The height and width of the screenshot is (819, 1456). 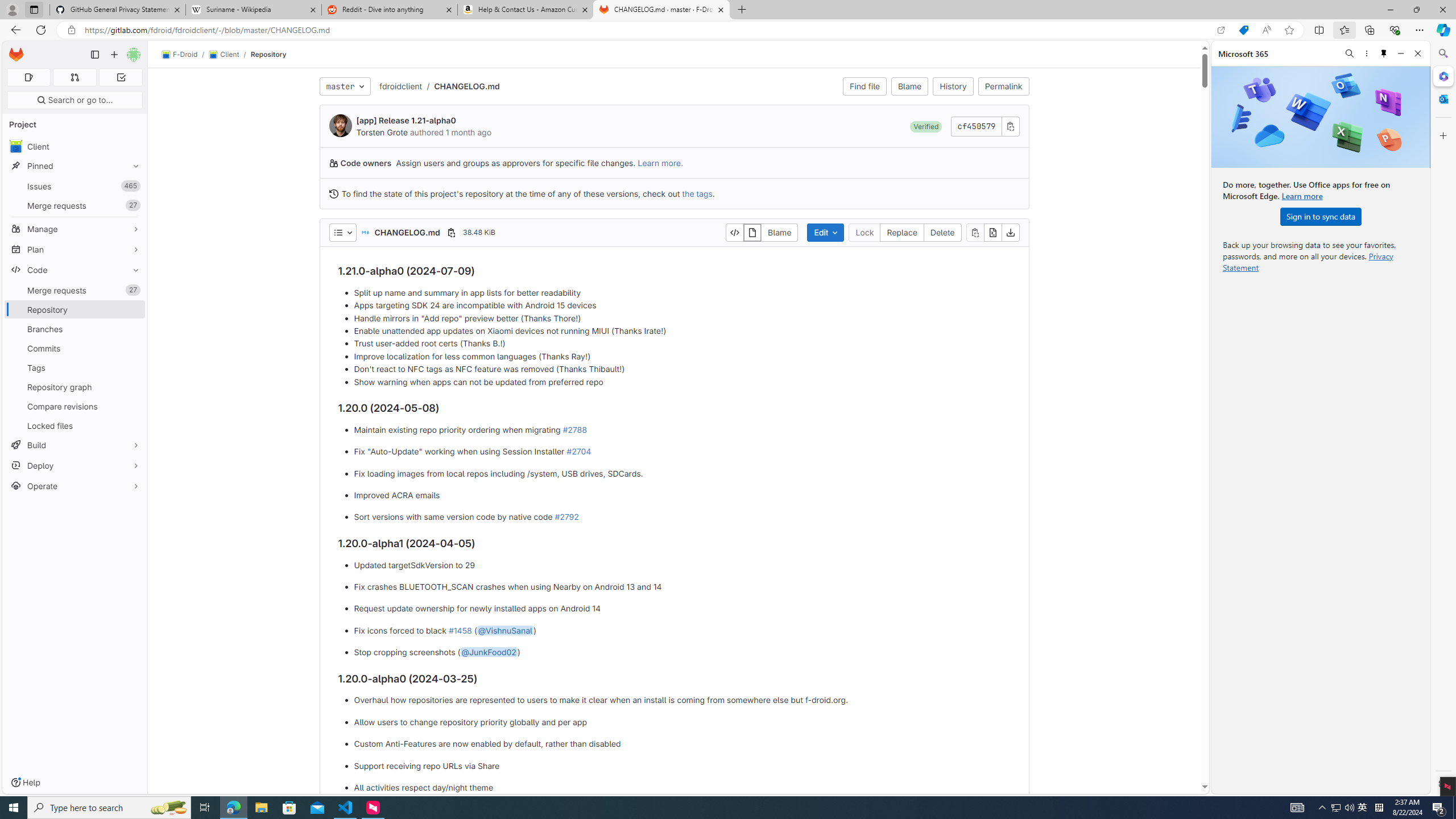 What do you see at coordinates (1301, 196) in the screenshot?
I see `'Learn more about Microsoft Office.'` at bounding box center [1301, 196].